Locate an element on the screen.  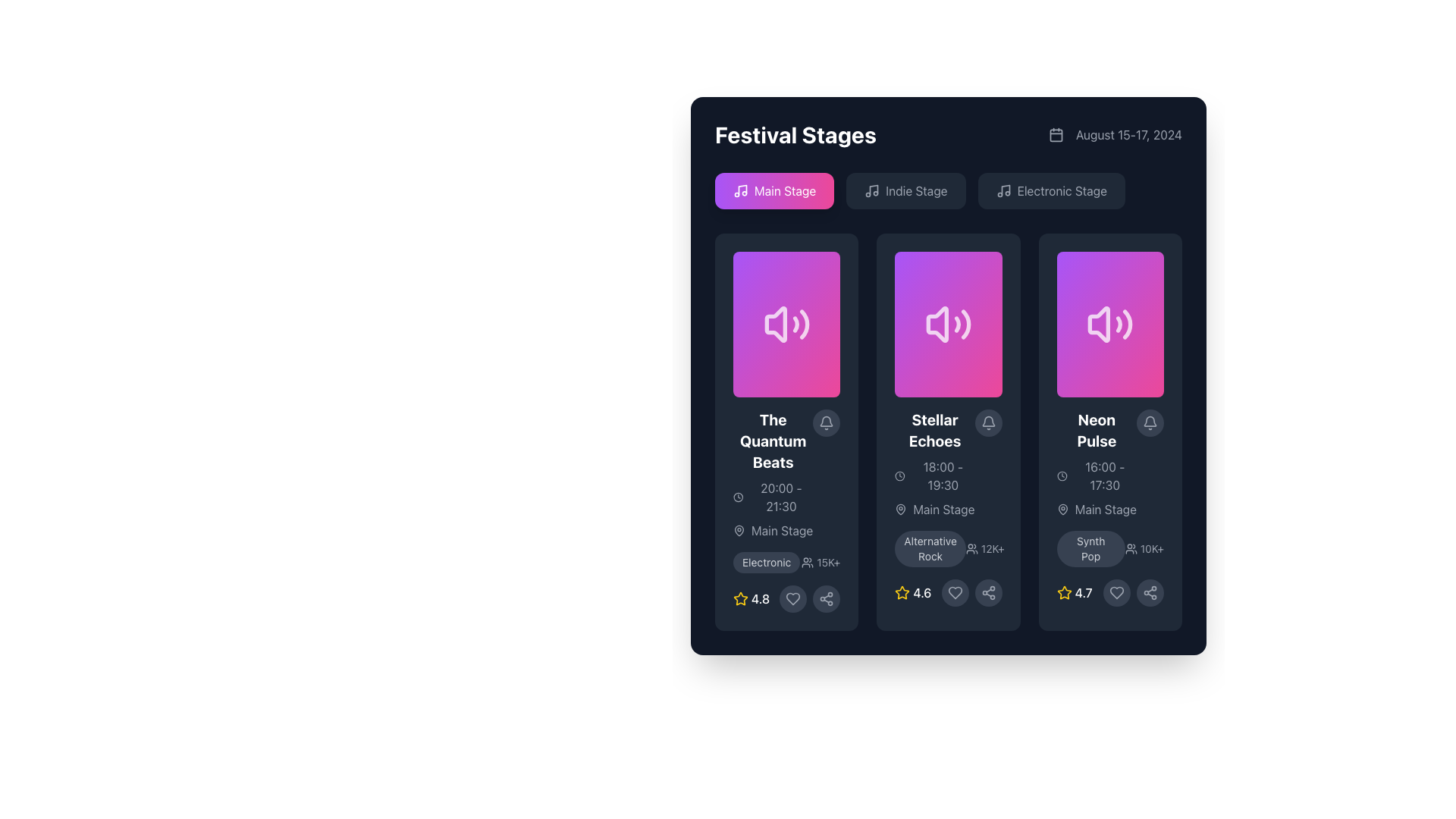
the audio icon located in the second card from the left in the middle row under the 'Festival Stages' section is located at coordinates (948, 324).